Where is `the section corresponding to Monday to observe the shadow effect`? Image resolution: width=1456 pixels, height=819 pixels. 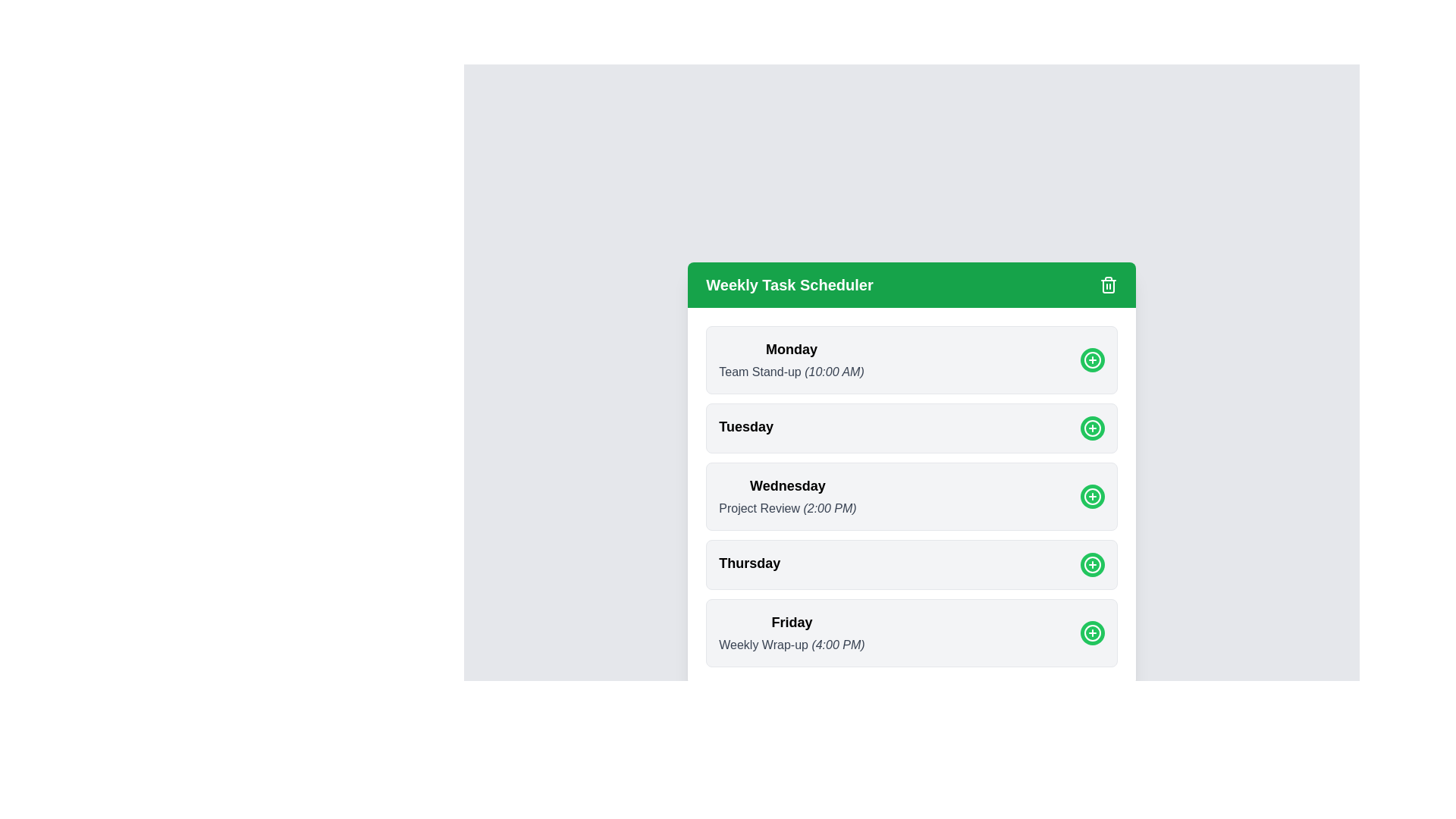 the section corresponding to Monday to observe the shadow effect is located at coordinates (911, 359).